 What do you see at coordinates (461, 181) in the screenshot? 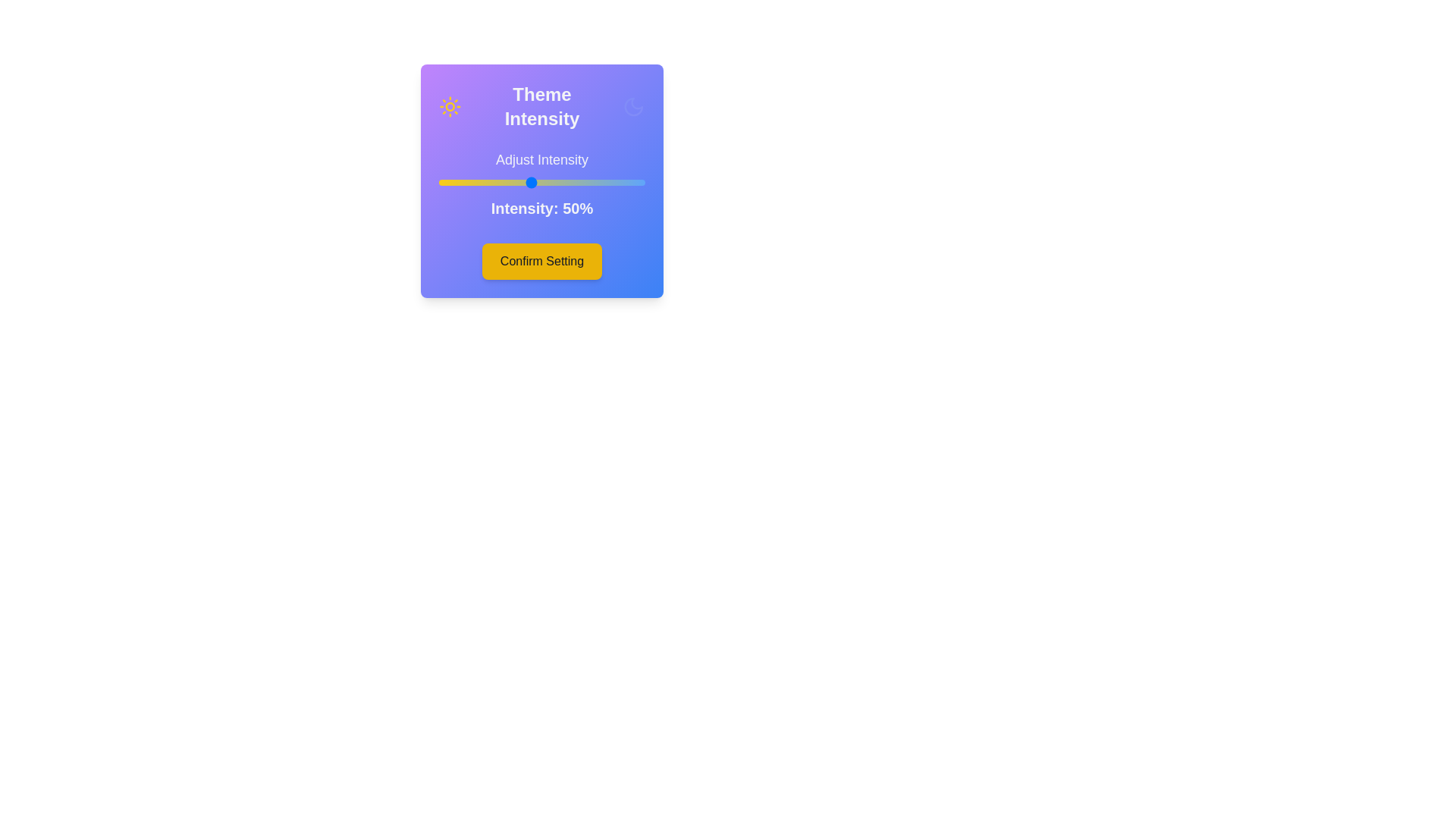
I see `the intensity slider to 20%` at bounding box center [461, 181].